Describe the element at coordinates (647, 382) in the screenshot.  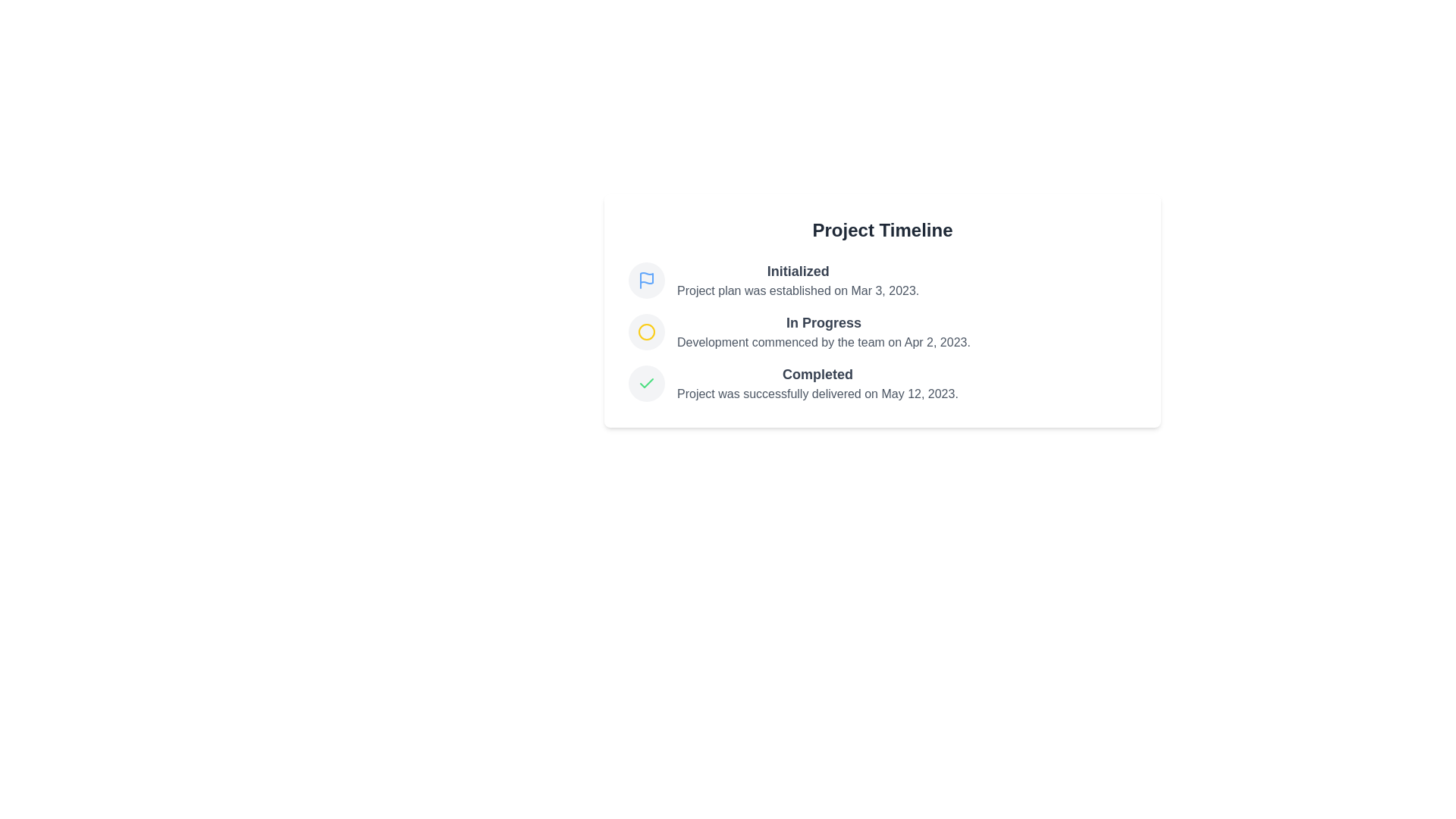
I see `the circular area icon with a light gray background and a green checkmark, located in the third row of the 'Project Timeline' list, to the left of the description 'Completed - Project was successfully delivered on May 12, 2023.'` at that location.